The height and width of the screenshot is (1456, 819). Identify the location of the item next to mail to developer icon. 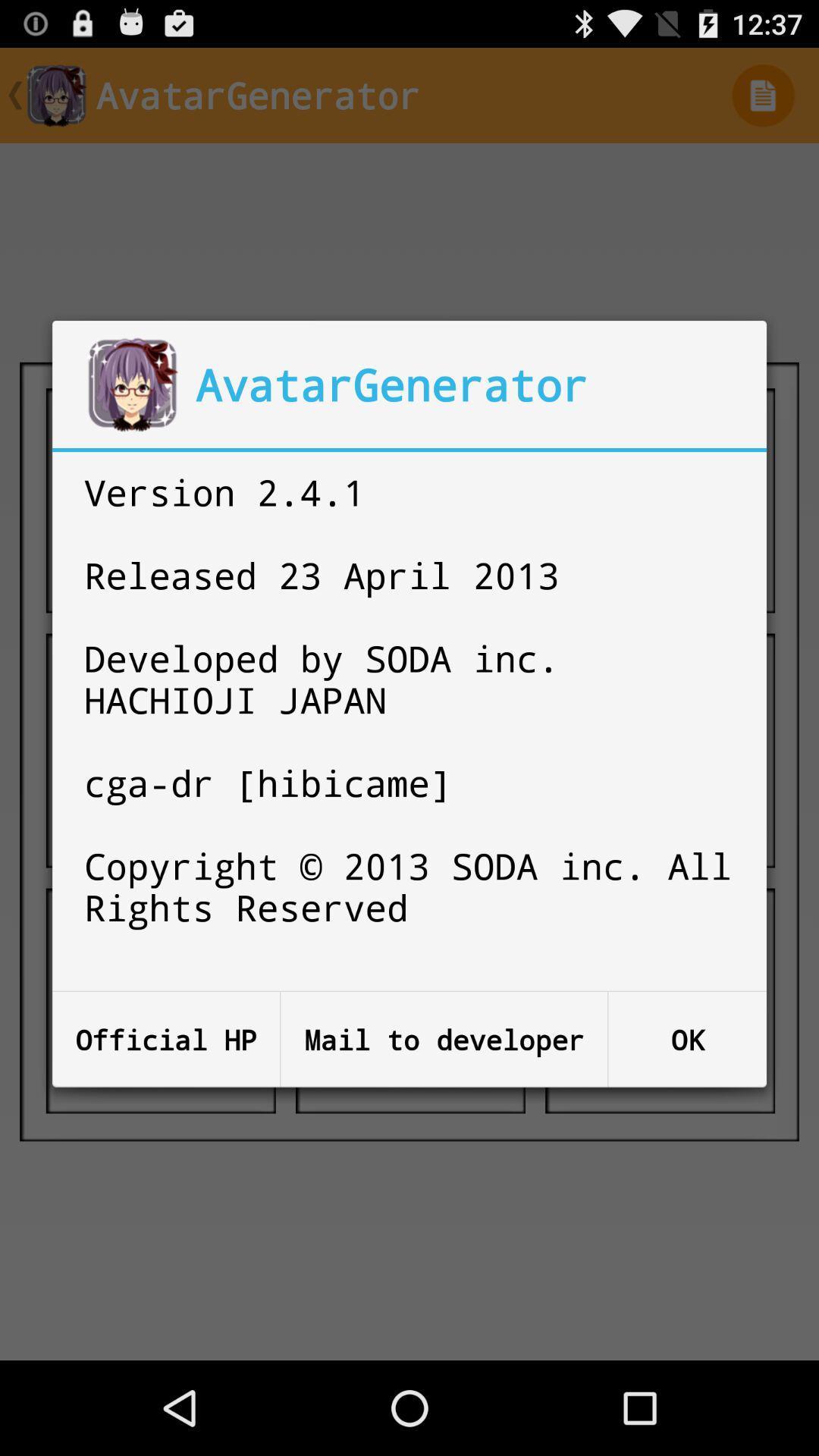
(687, 1039).